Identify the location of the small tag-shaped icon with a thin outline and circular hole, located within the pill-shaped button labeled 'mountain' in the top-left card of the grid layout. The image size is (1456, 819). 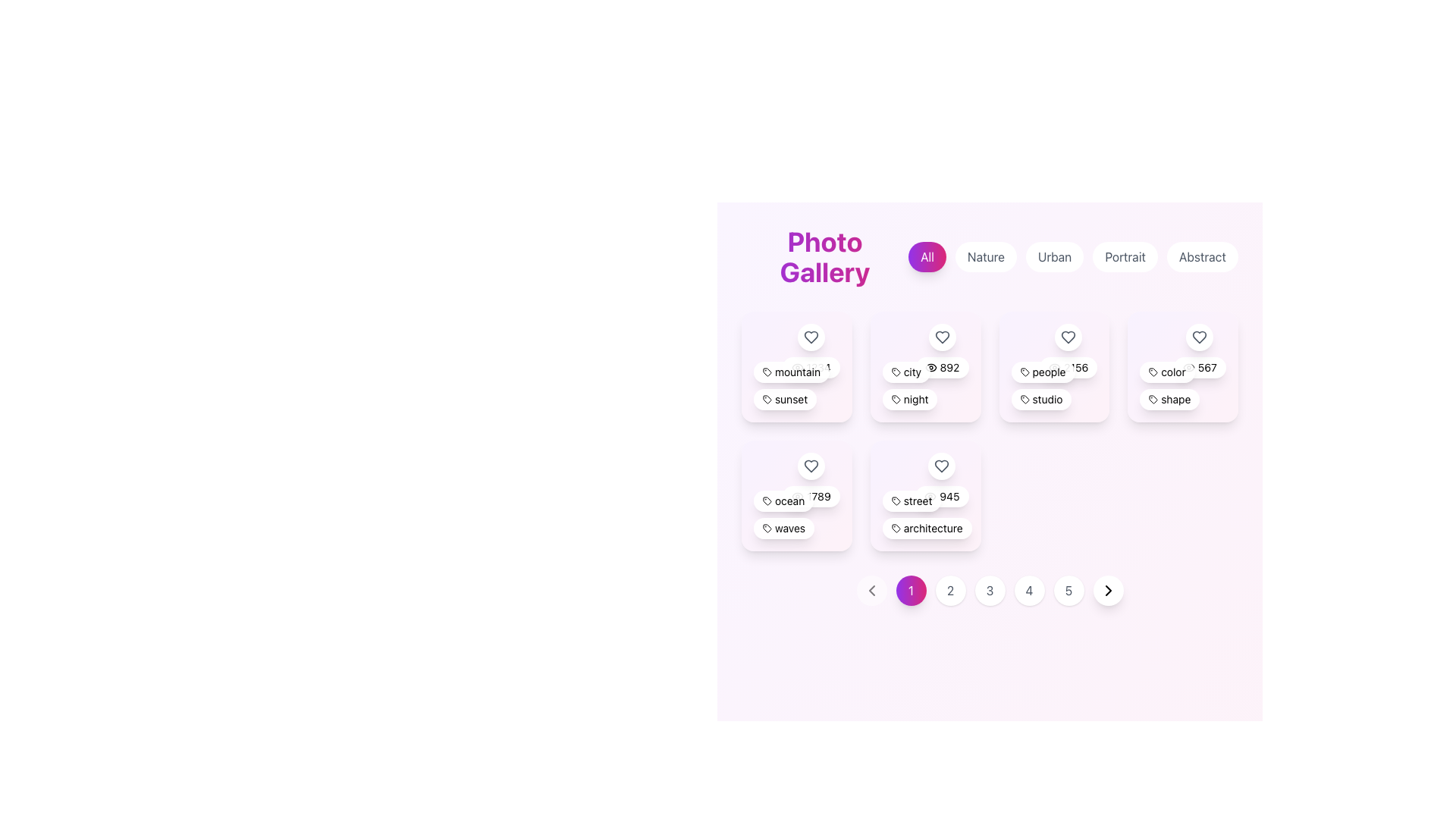
(767, 371).